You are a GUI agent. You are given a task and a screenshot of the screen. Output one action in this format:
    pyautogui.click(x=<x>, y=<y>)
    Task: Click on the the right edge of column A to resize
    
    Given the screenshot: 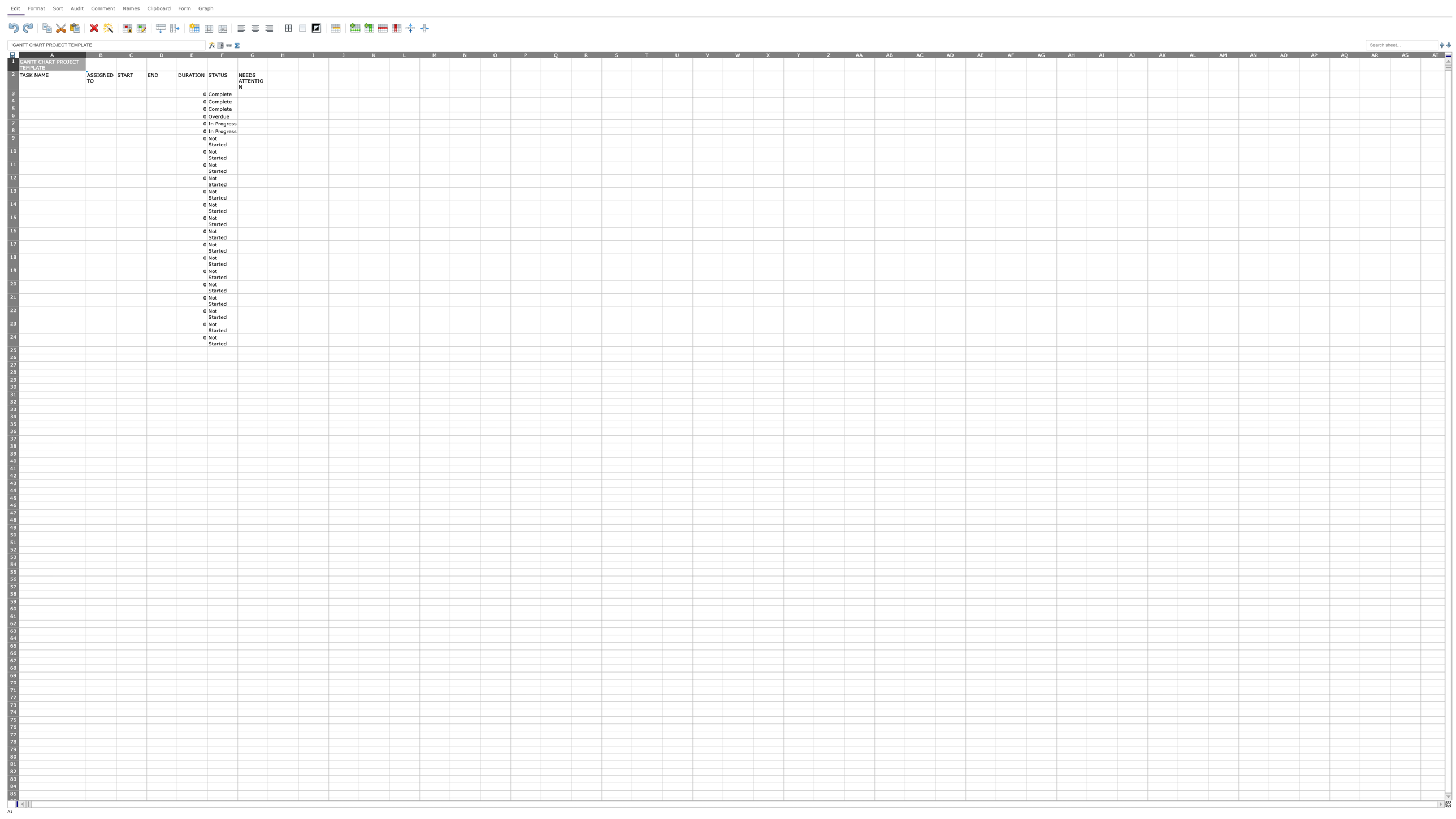 What is the action you would take?
    pyautogui.click(x=85, y=54)
    